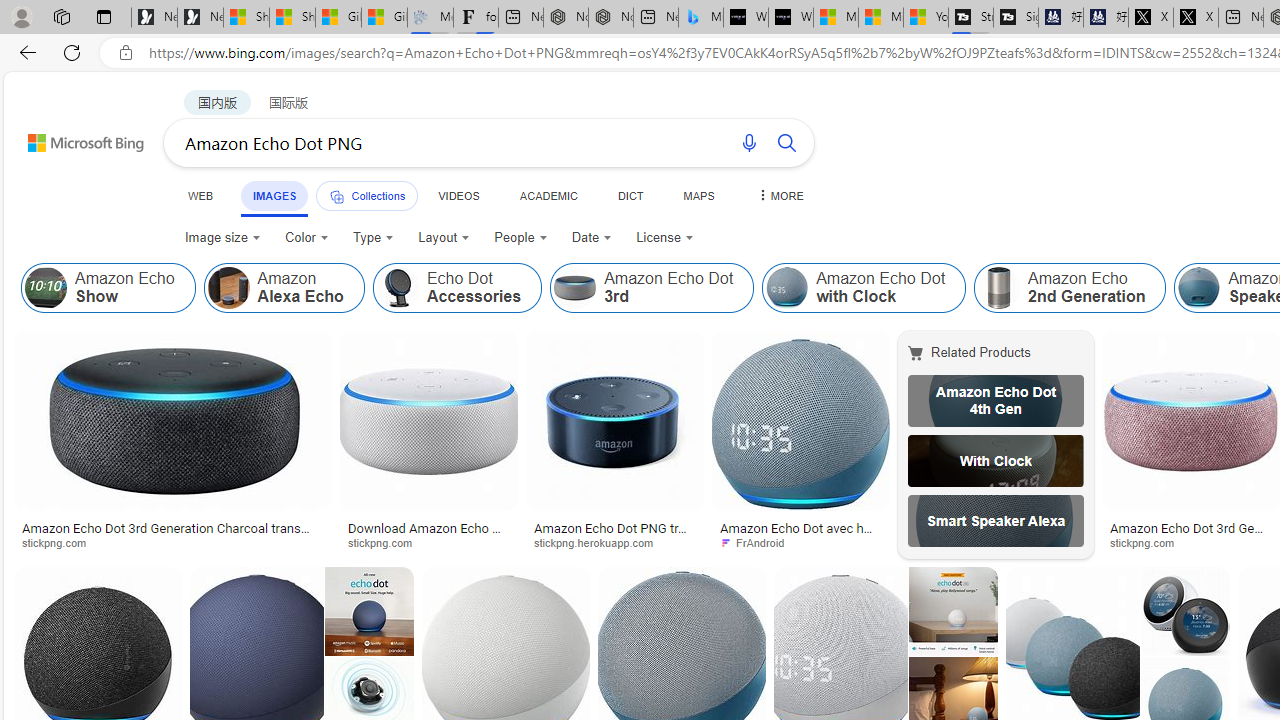  I want to click on 'Amazon Echo Show', so click(46, 288).